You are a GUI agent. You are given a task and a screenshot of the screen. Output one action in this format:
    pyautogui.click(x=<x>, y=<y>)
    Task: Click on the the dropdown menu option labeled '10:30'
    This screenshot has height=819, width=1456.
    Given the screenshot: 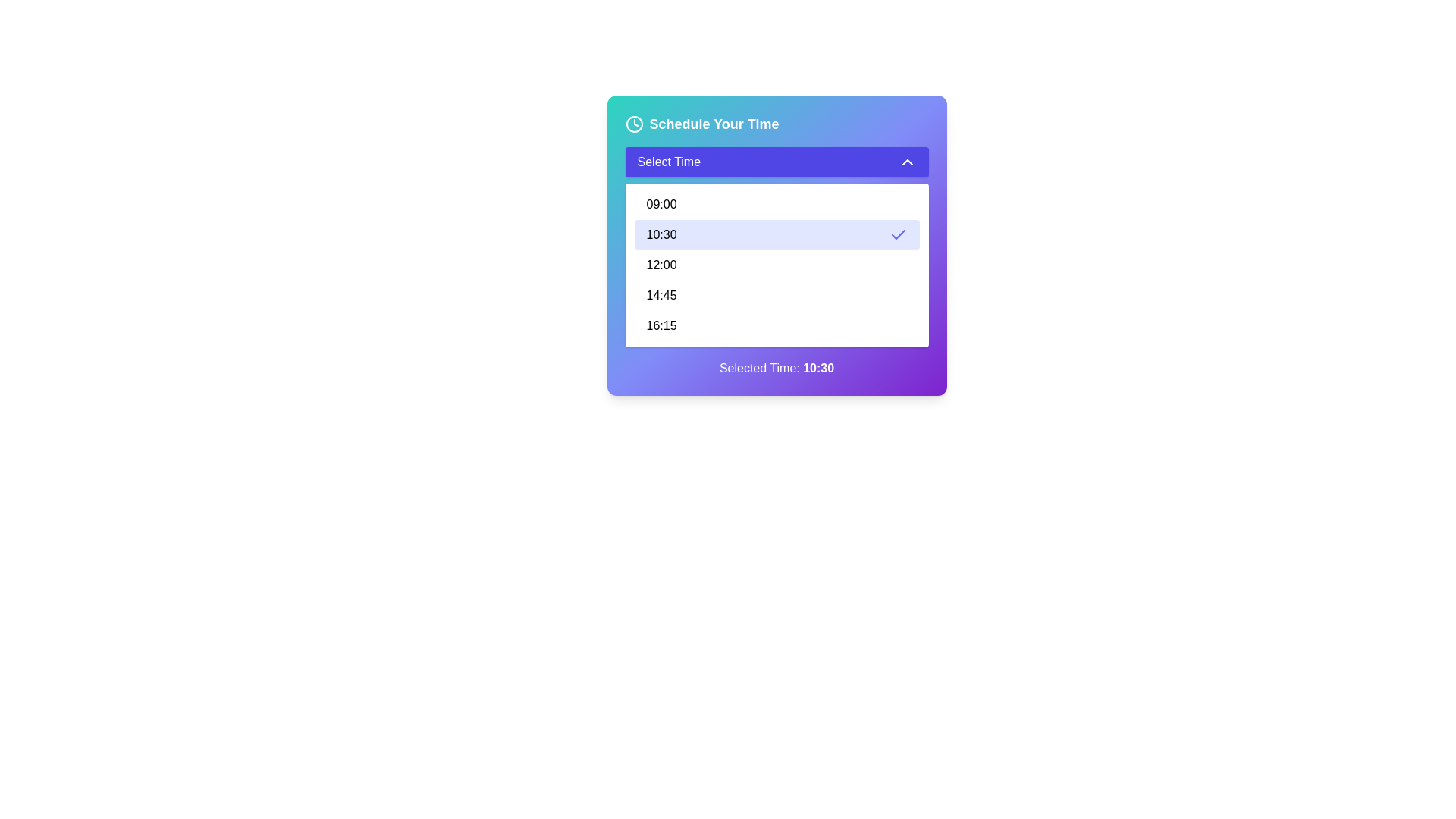 What is the action you would take?
    pyautogui.click(x=777, y=262)
    